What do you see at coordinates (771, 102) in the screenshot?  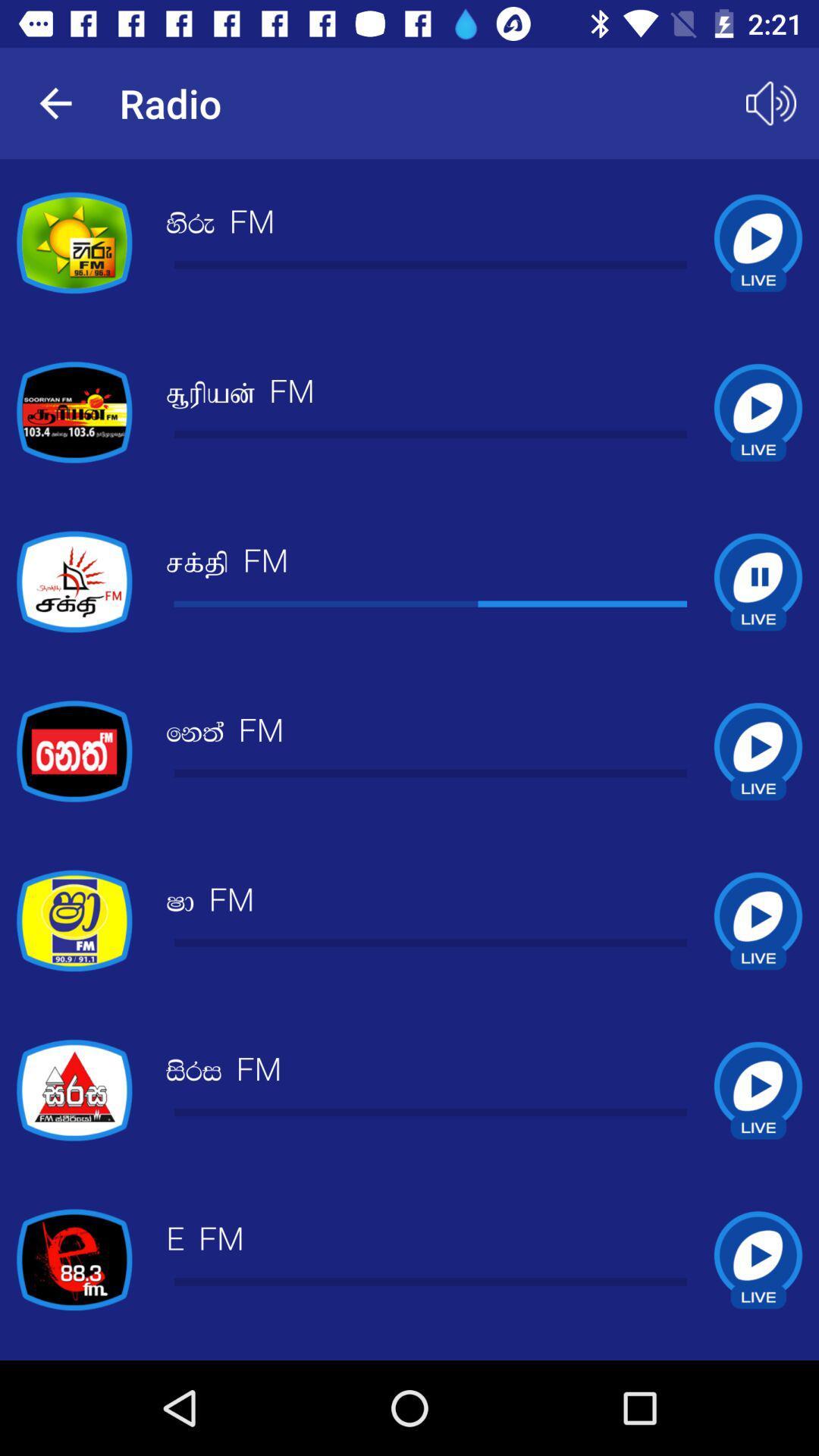 I see `the item next to radio icon` at bounding box center [771, 102].